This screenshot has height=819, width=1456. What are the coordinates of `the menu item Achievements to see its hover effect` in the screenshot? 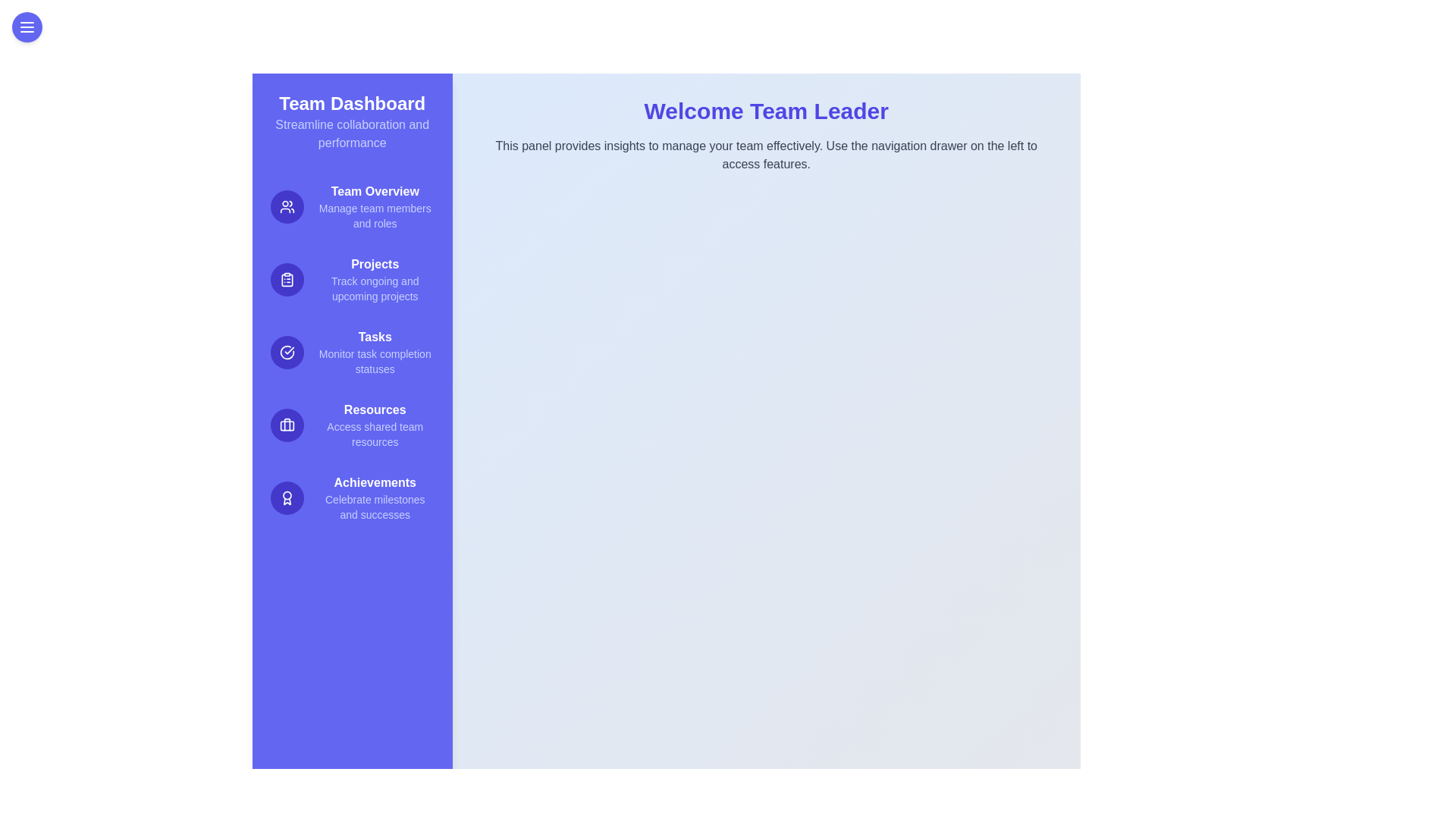 It's located at (351, 497).